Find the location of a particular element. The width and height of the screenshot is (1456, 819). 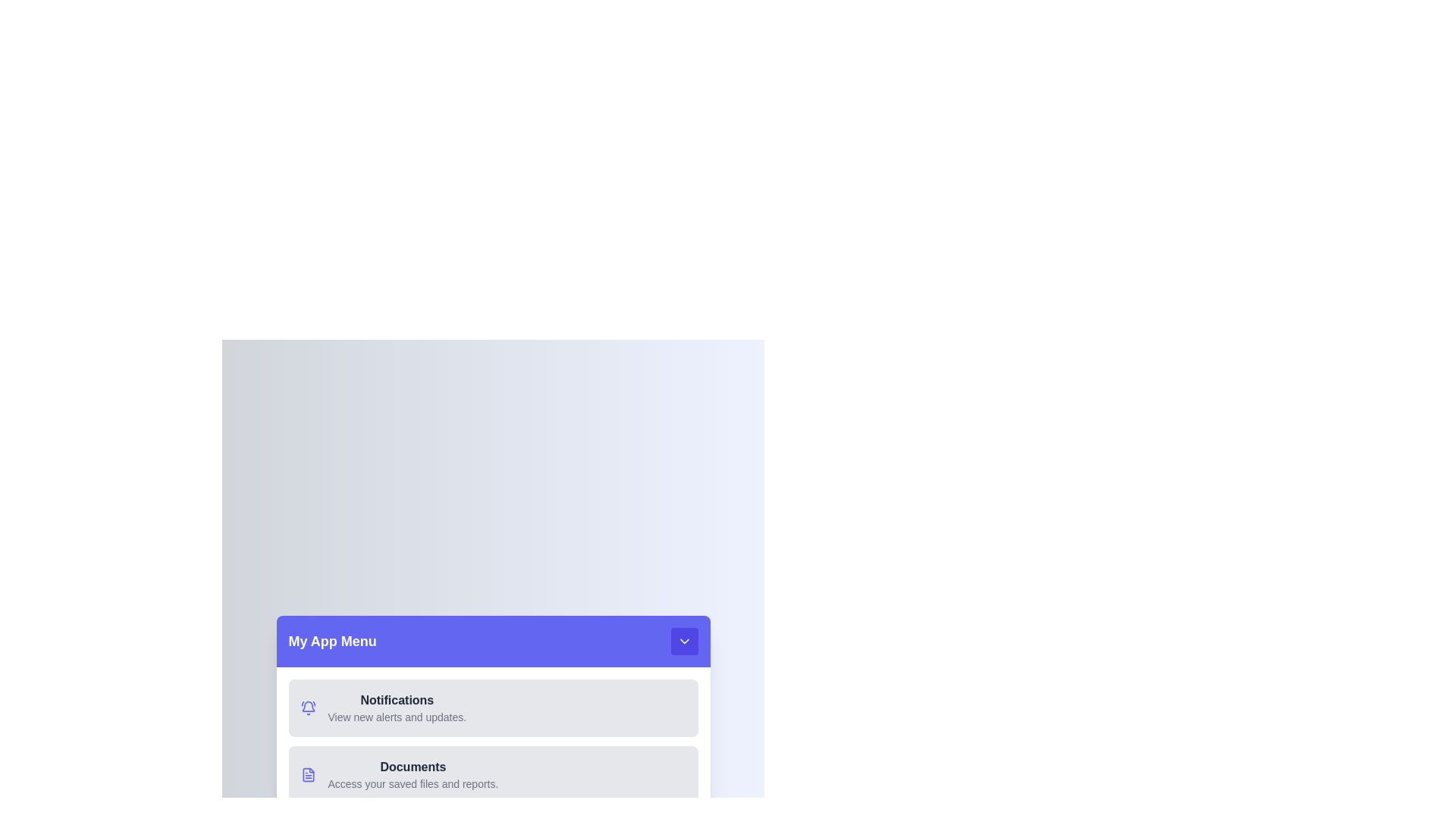

the icon associated with Notifications is located at coordinates (307, 708).